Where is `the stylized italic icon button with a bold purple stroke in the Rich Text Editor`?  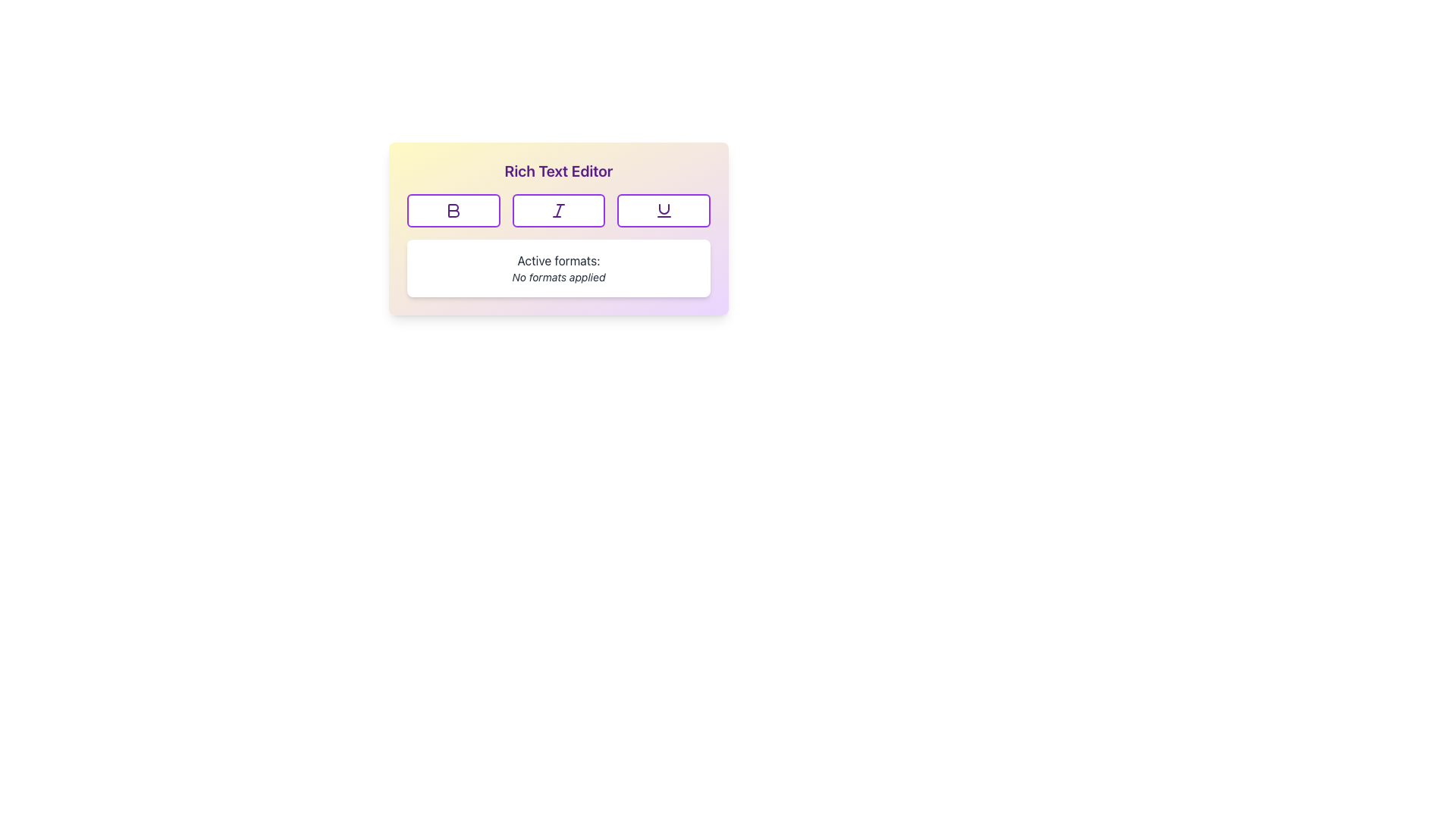 the stylized italic icon button with a bold purple stroke in the Rich Text Editor is located at coordinates (557, 210).